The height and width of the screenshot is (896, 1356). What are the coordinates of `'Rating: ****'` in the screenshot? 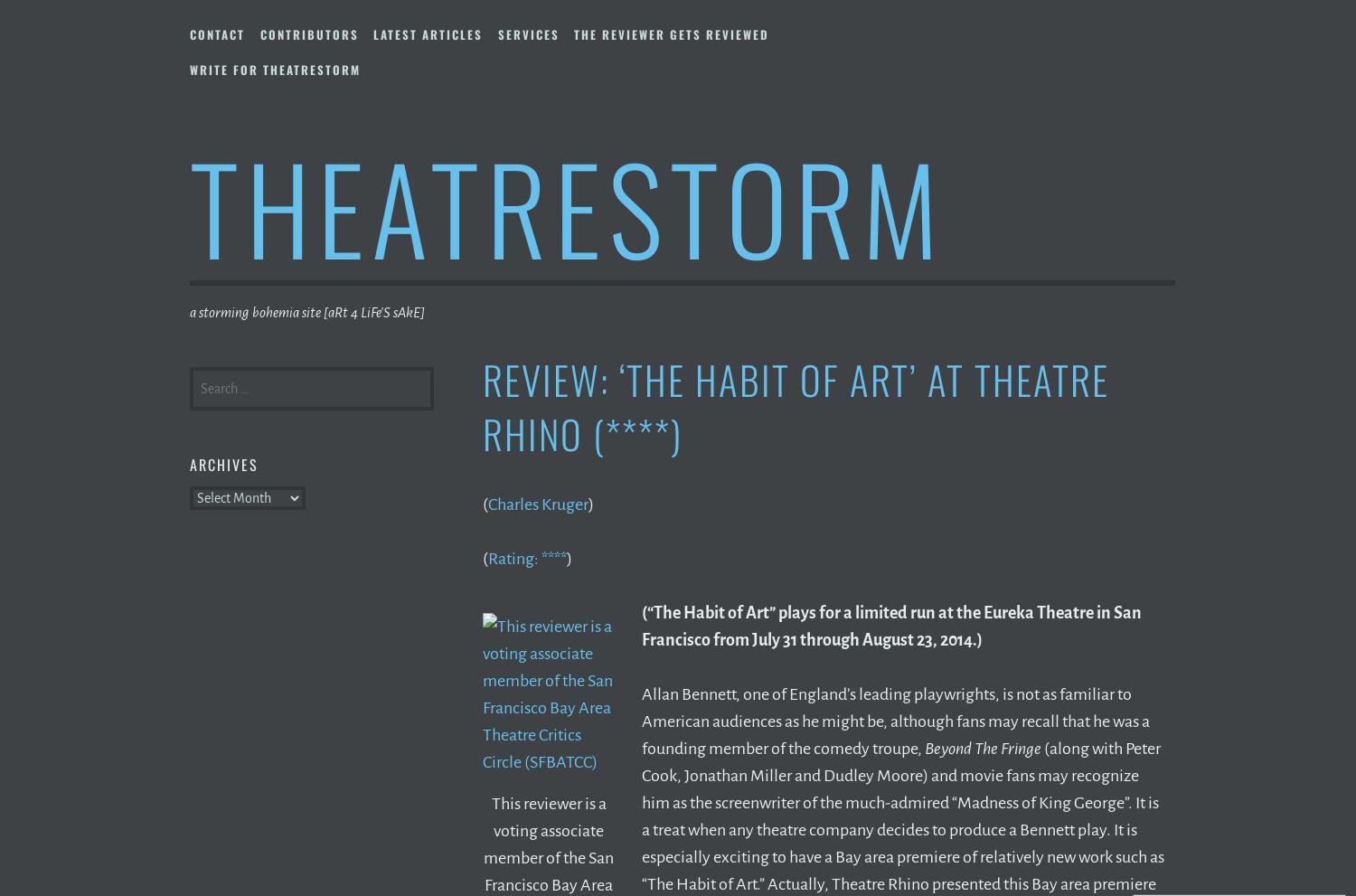 It's located at (488, 557).